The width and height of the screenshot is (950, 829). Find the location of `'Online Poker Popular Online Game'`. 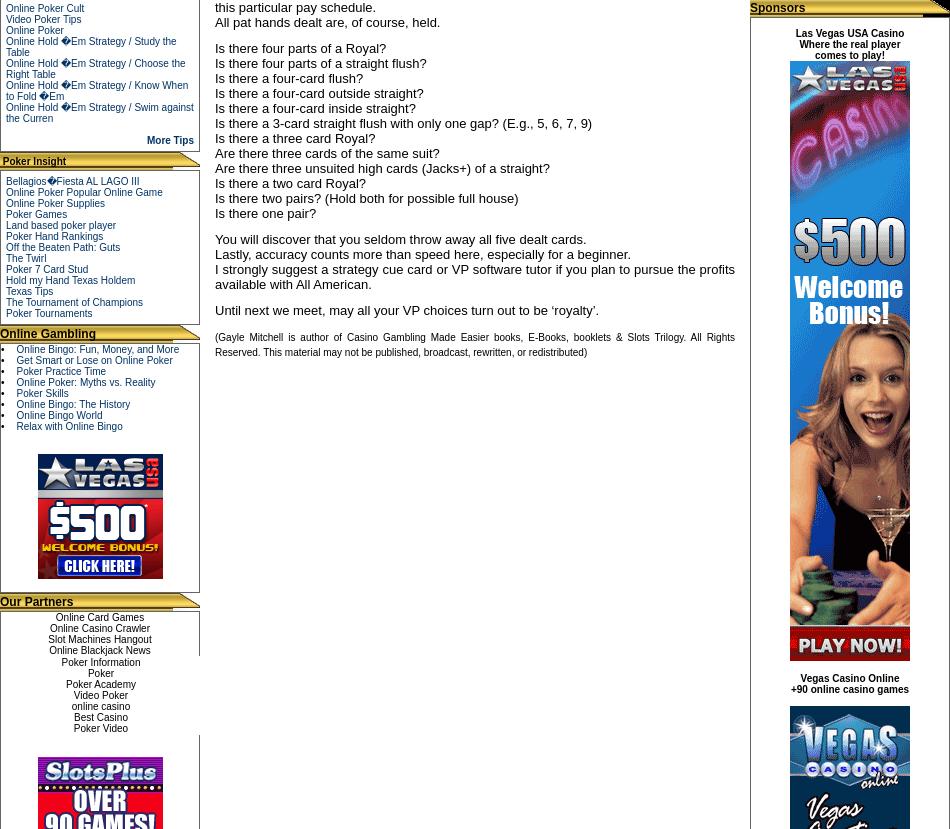

'Online Poker Popular Online Game' is located at coordinates (83, 191).